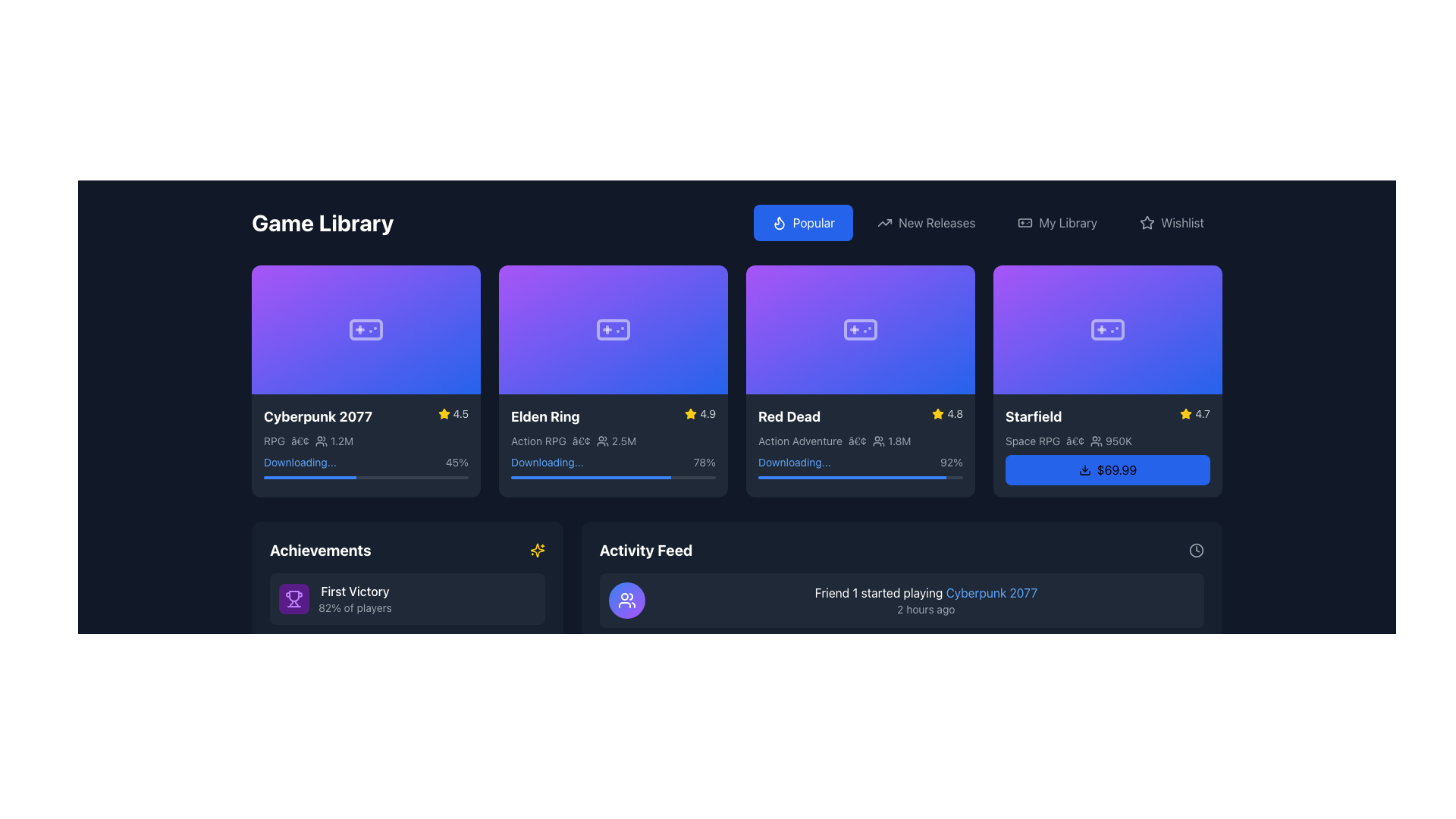 This screenshot has height=819, width=1456. I want to click on the text block with an icon displaying user-related statistics in the 'Cyberpunk 2077' card under the 'Game Library' section, so click(334, 441).